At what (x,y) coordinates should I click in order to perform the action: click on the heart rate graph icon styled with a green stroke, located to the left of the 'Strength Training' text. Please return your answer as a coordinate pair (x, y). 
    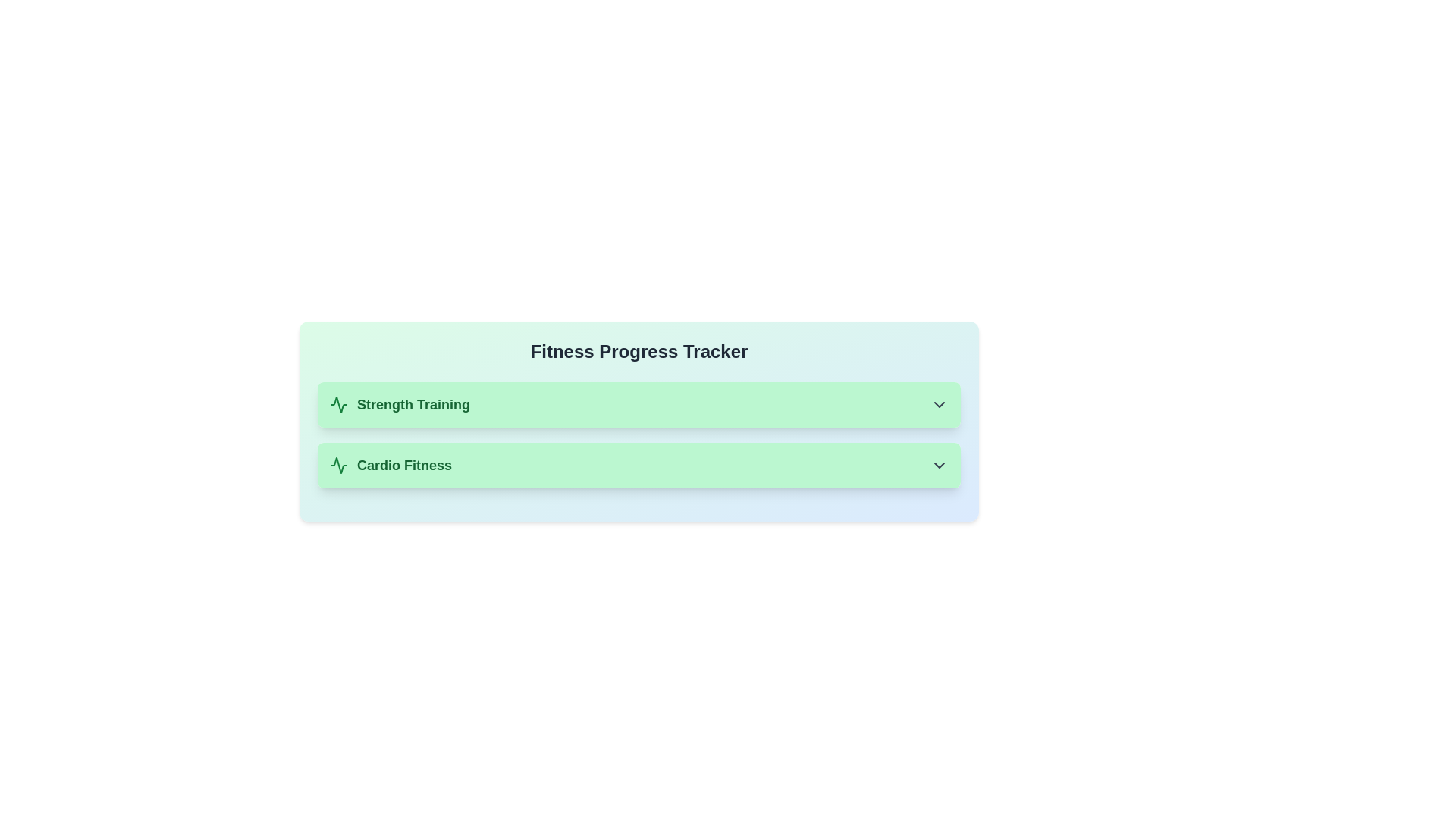
    Looking at the image, I should click on (337, 403).